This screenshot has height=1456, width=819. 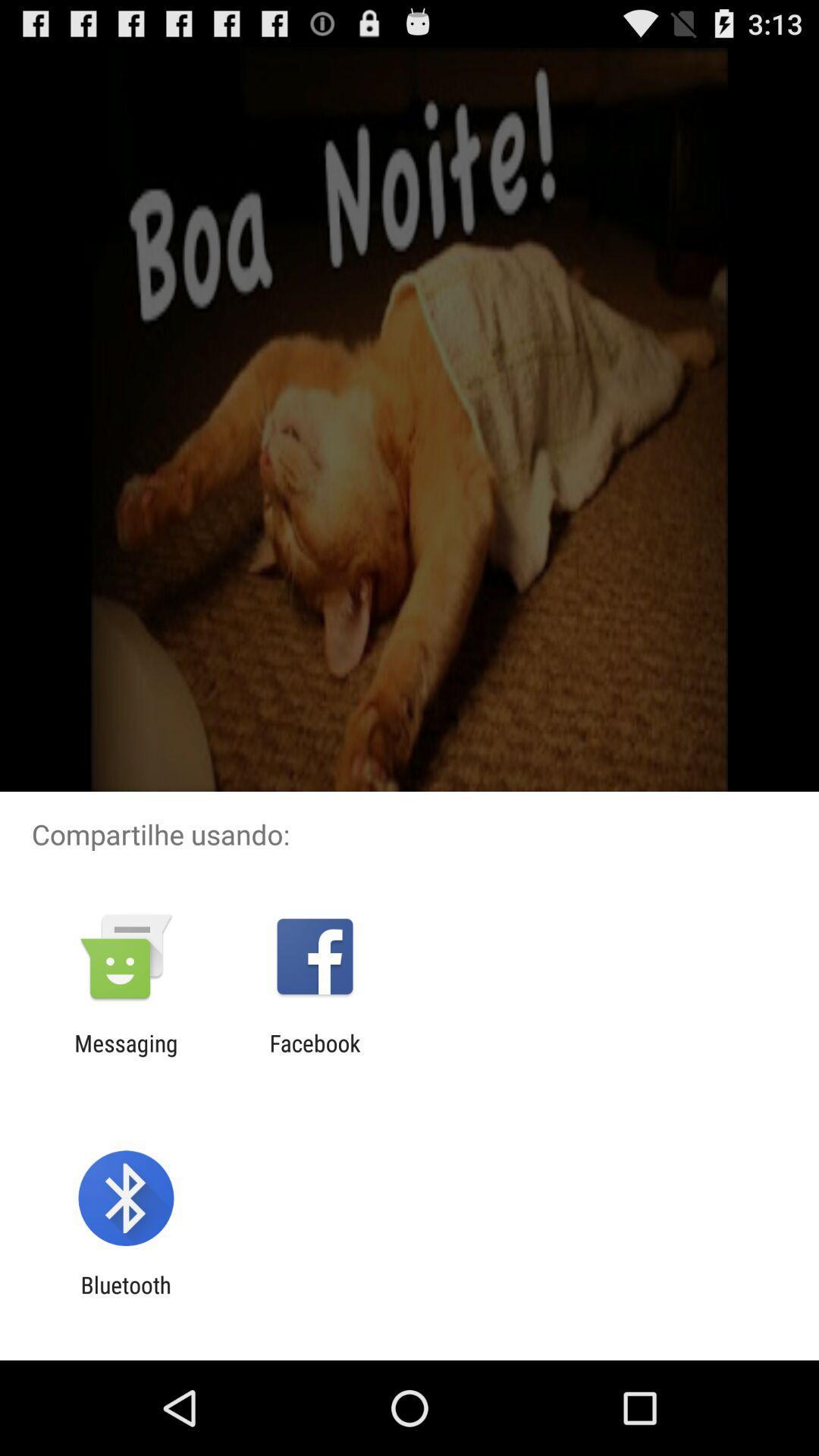 What do you see at coordinates (125, 1056) in the screenshot?
I see `the app next to the facebook` at bounding box center [125, 1056].